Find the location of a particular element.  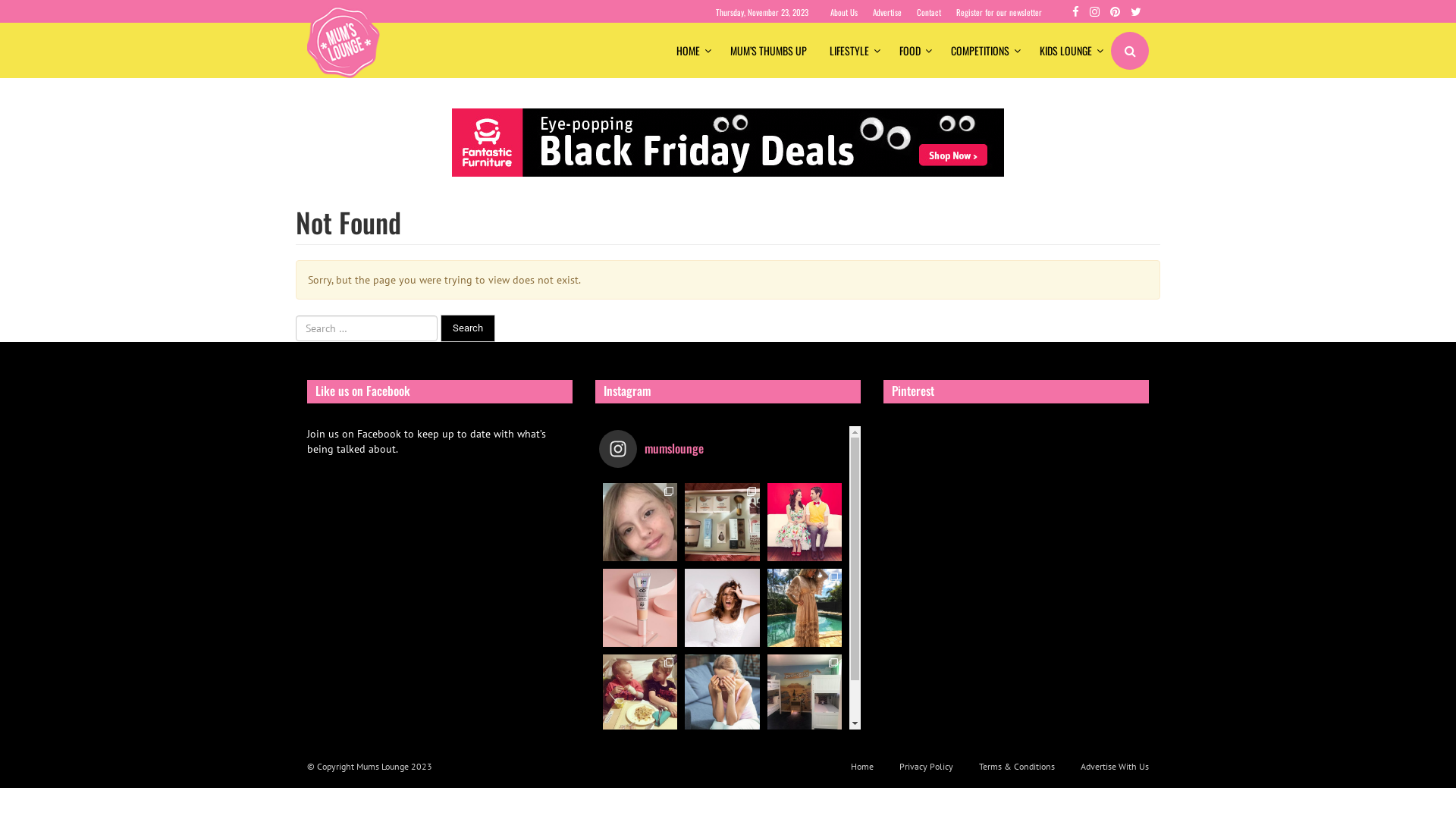

'HOME' is located at coordinates (691, 49).